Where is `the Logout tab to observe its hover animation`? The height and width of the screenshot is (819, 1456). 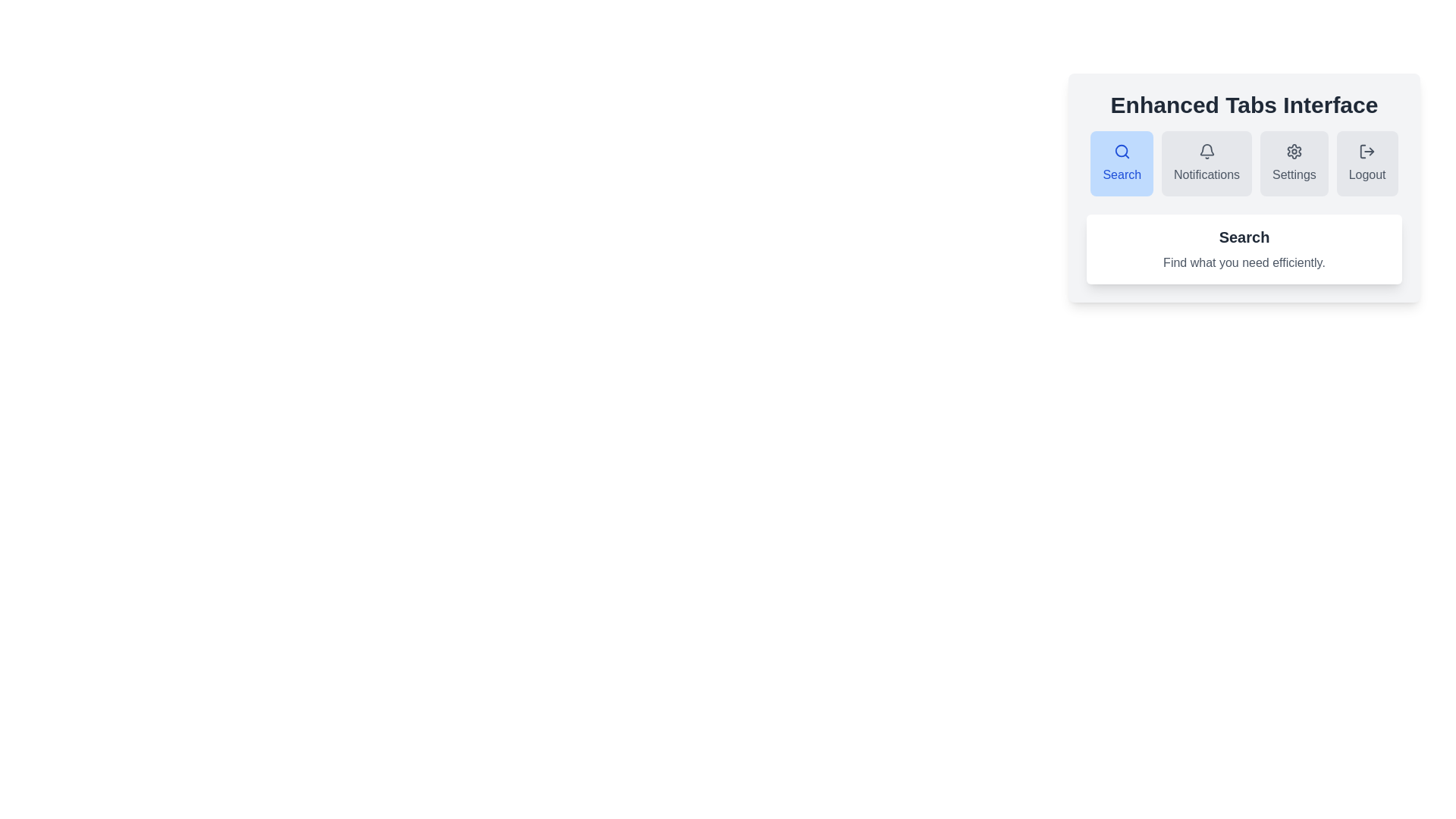 the Logout tab to observe its hover animation is located at coordinates (1367, 164).